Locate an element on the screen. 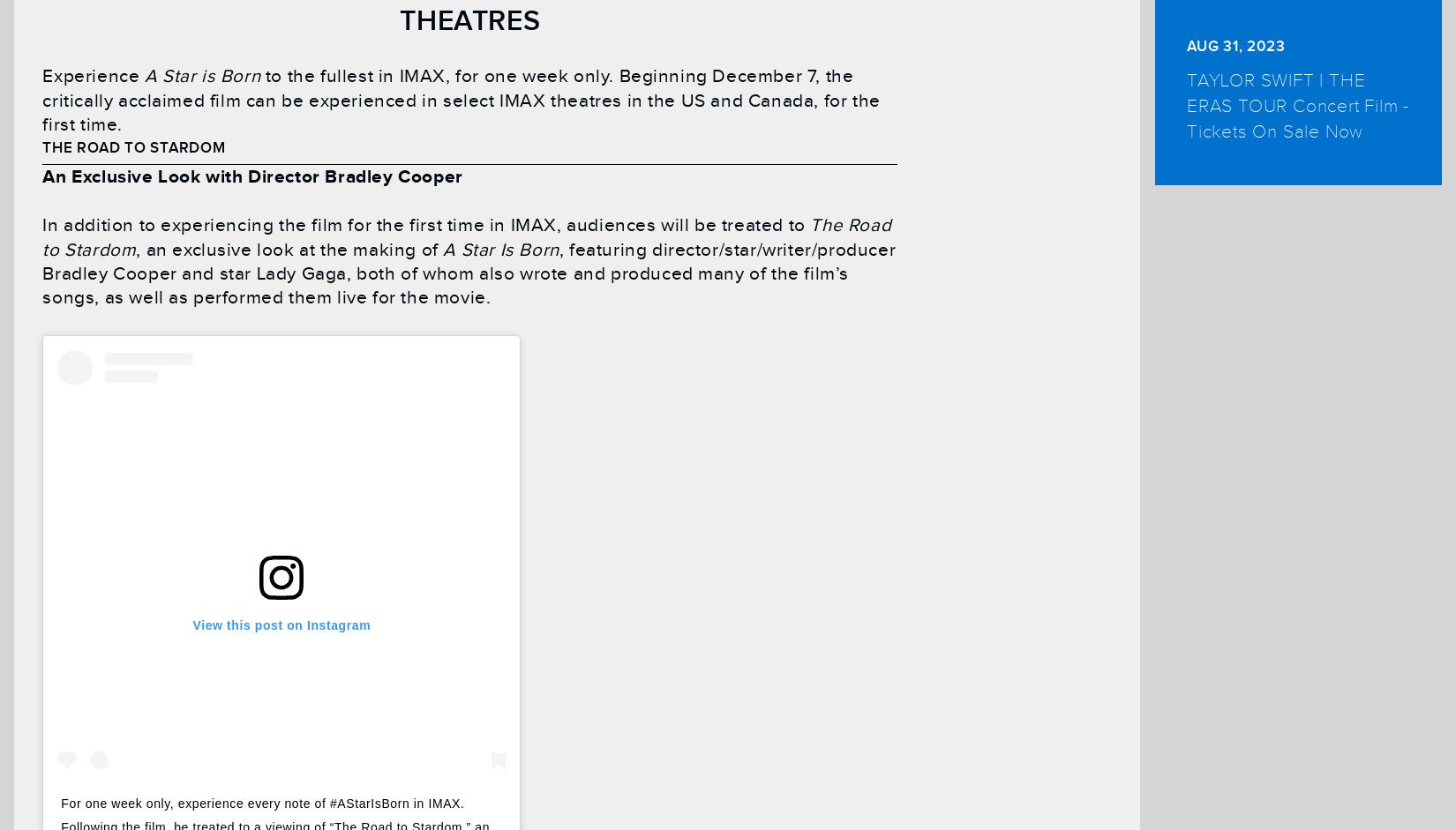 The height and width of the screenshot is (830, 1456). ', an exclusive look at the making of' is located at coordinates (289, 249).